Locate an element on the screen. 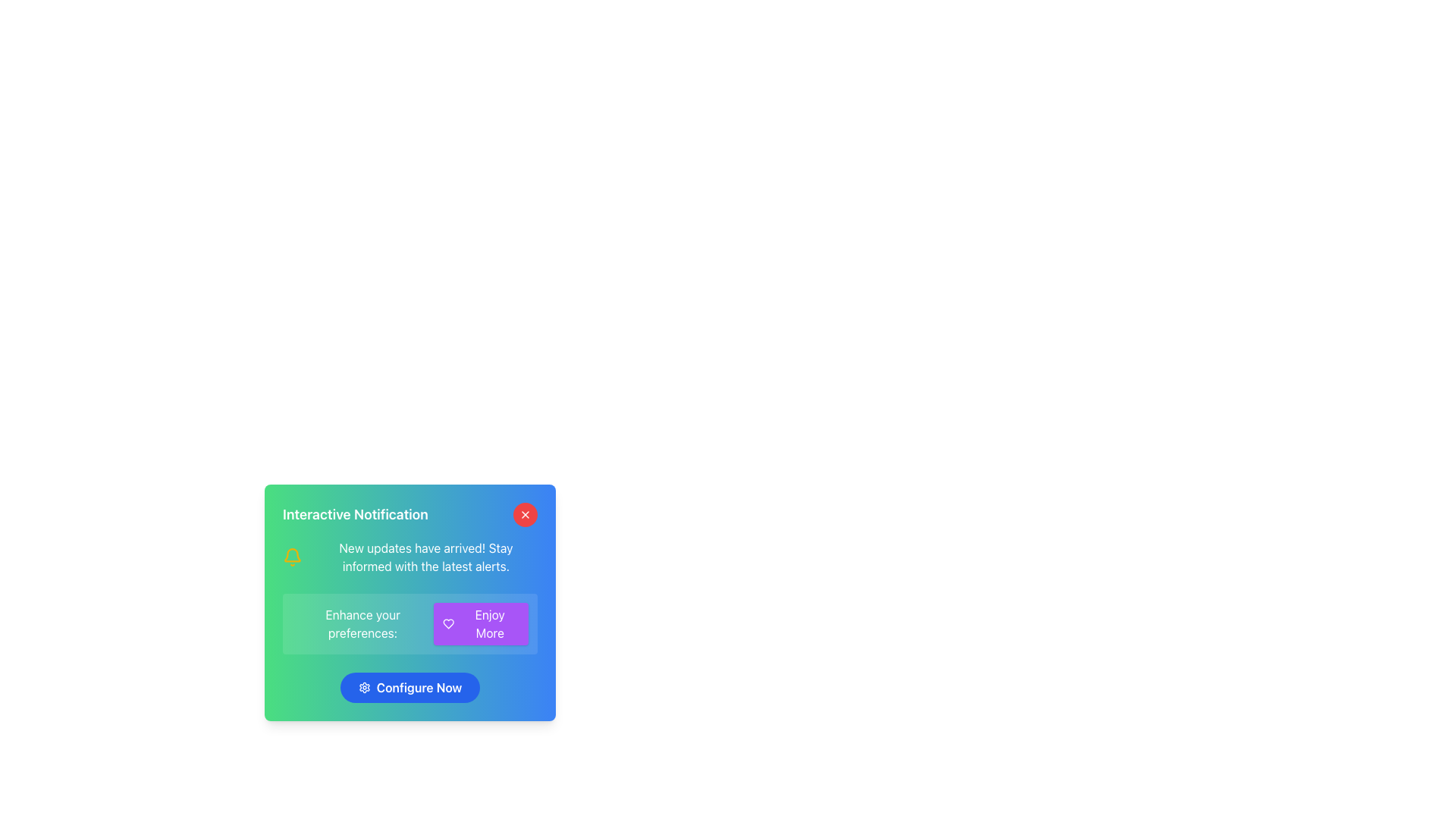 Image resolution: width=1456 pixels, height=819 pixels. the Notification banner containing the title 'Interactive Notification' and interactive buttons 'Enjoy More' and 'Configure Now' is located at coordinates (410, 601).